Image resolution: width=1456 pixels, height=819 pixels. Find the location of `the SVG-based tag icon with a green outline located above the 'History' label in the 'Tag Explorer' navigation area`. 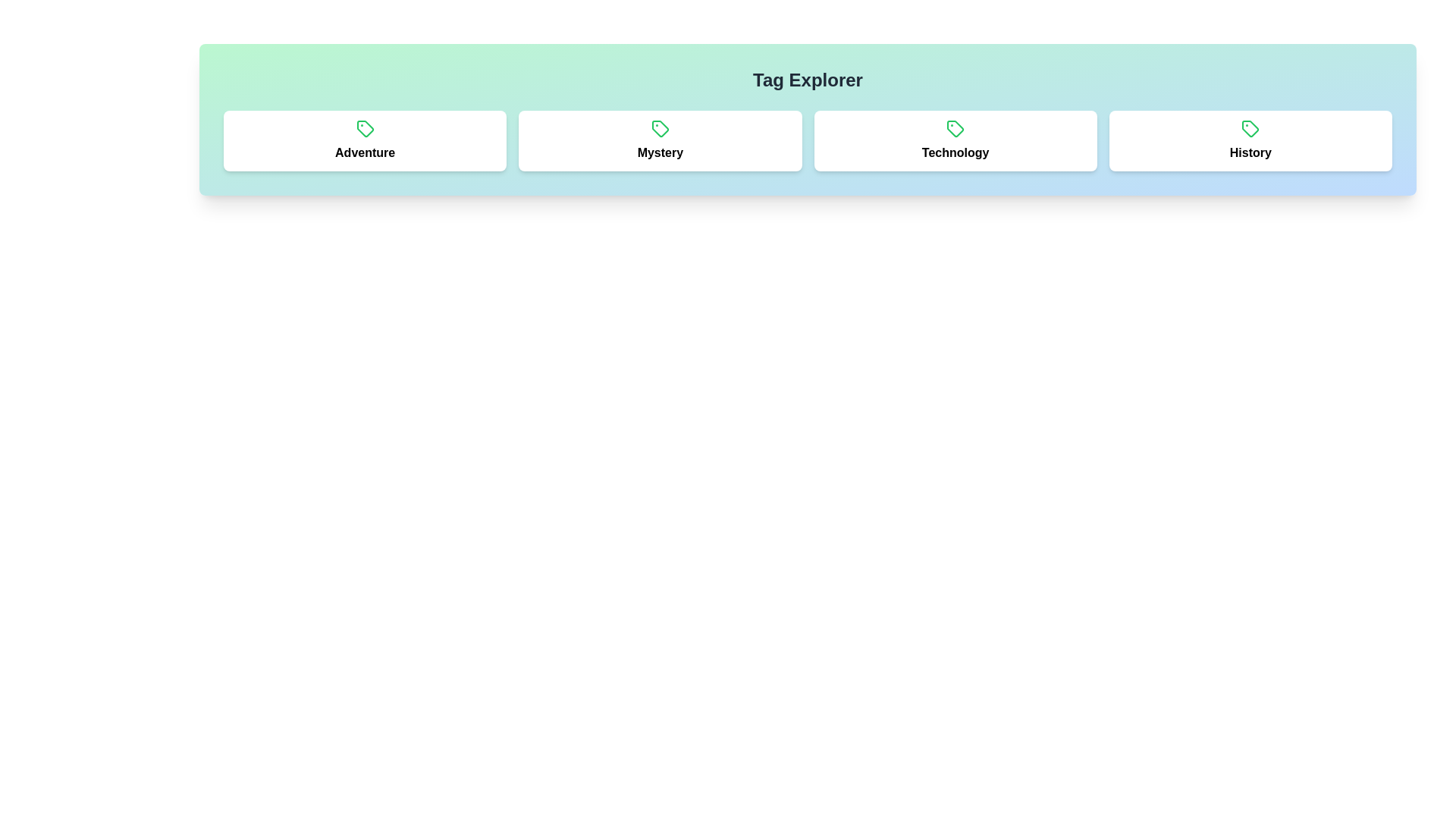

the SVG-based tag icon with a green outline located above the 'History' label in the 'Tag Explorer' navigation area is located at coordinates (1250, 127).